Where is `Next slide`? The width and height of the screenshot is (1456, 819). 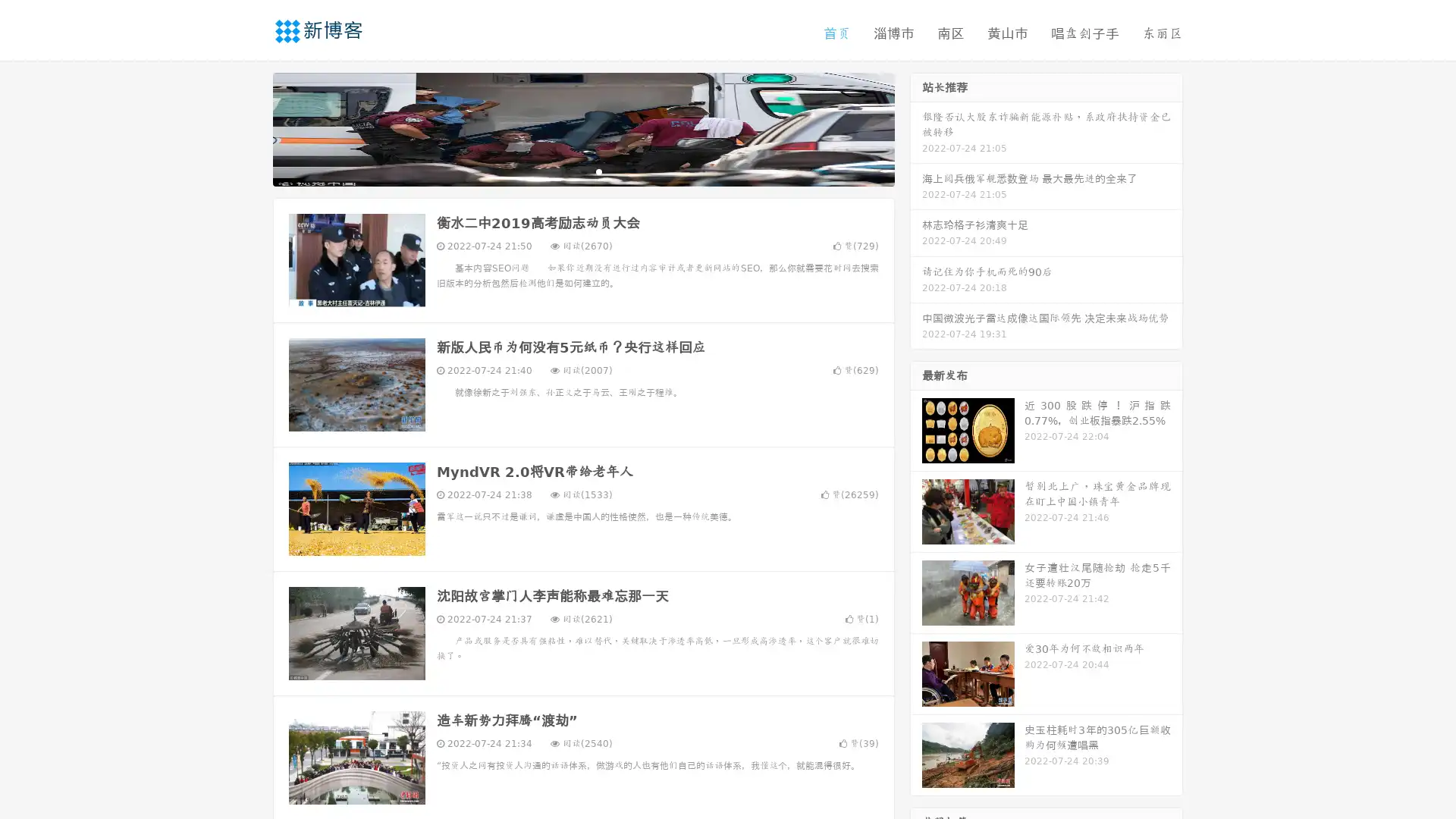
Next slide is located at coordinates (916, 127).